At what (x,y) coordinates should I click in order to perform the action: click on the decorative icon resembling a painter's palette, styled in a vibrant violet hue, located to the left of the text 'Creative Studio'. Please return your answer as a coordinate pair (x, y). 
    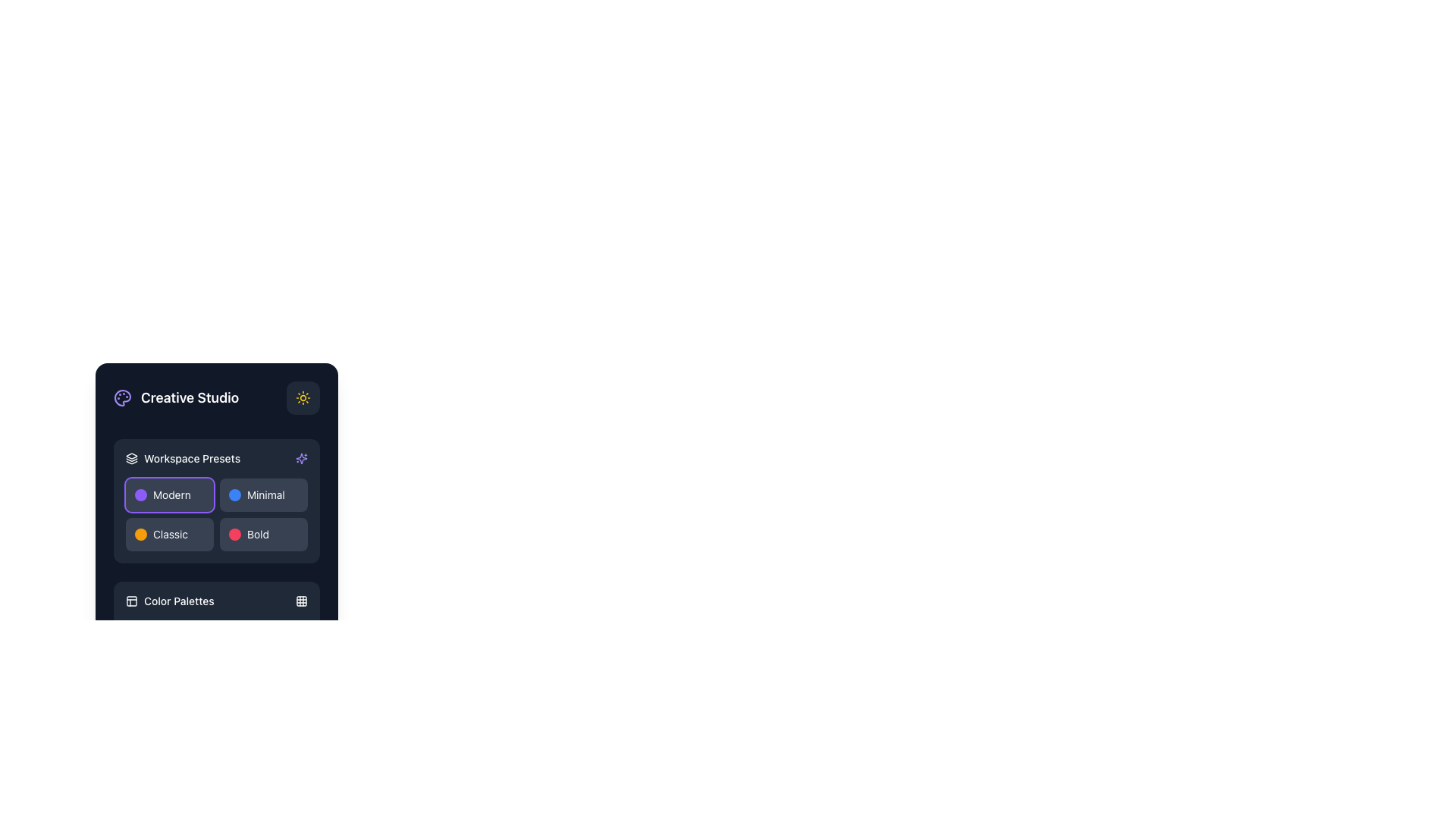
    Looking at the image, I should click on (123, 397).